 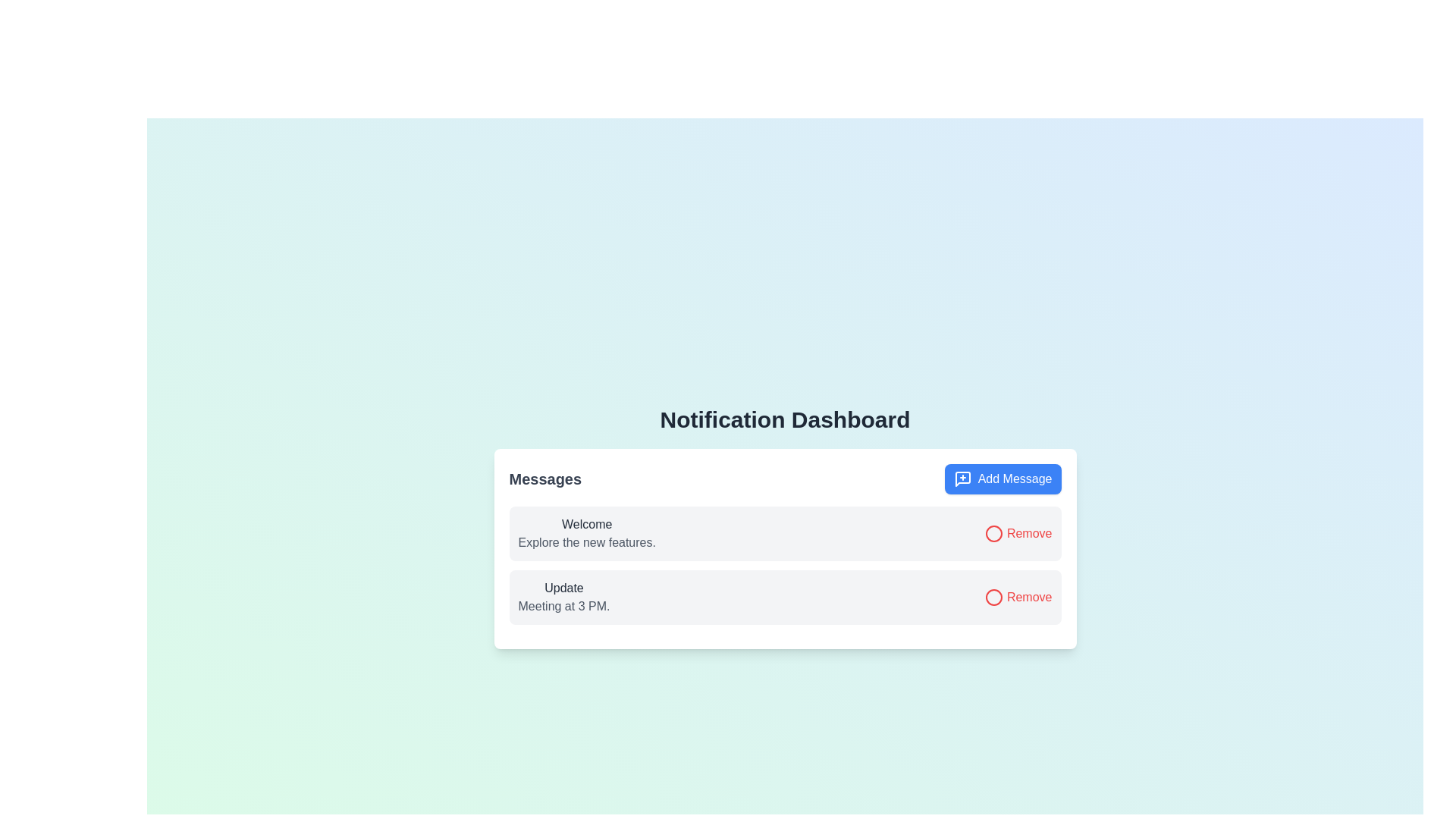 What do you see at coordinates (1003, 479) in the screenshot?
I see `the 'Add Message' button located on the right side of the 'Messages' section` at bounding box center [1003, 479].